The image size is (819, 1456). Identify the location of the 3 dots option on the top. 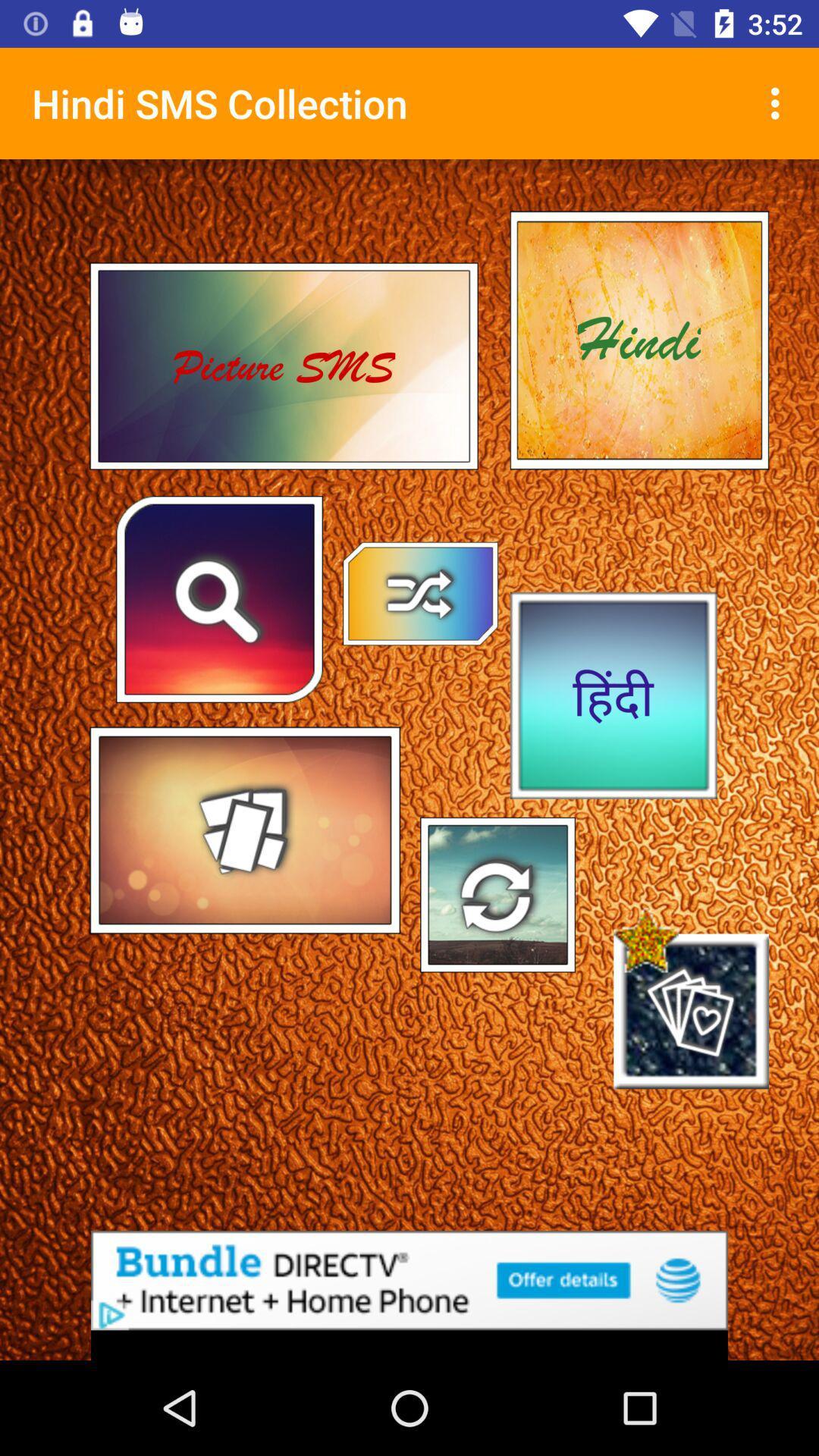
(779, 103).